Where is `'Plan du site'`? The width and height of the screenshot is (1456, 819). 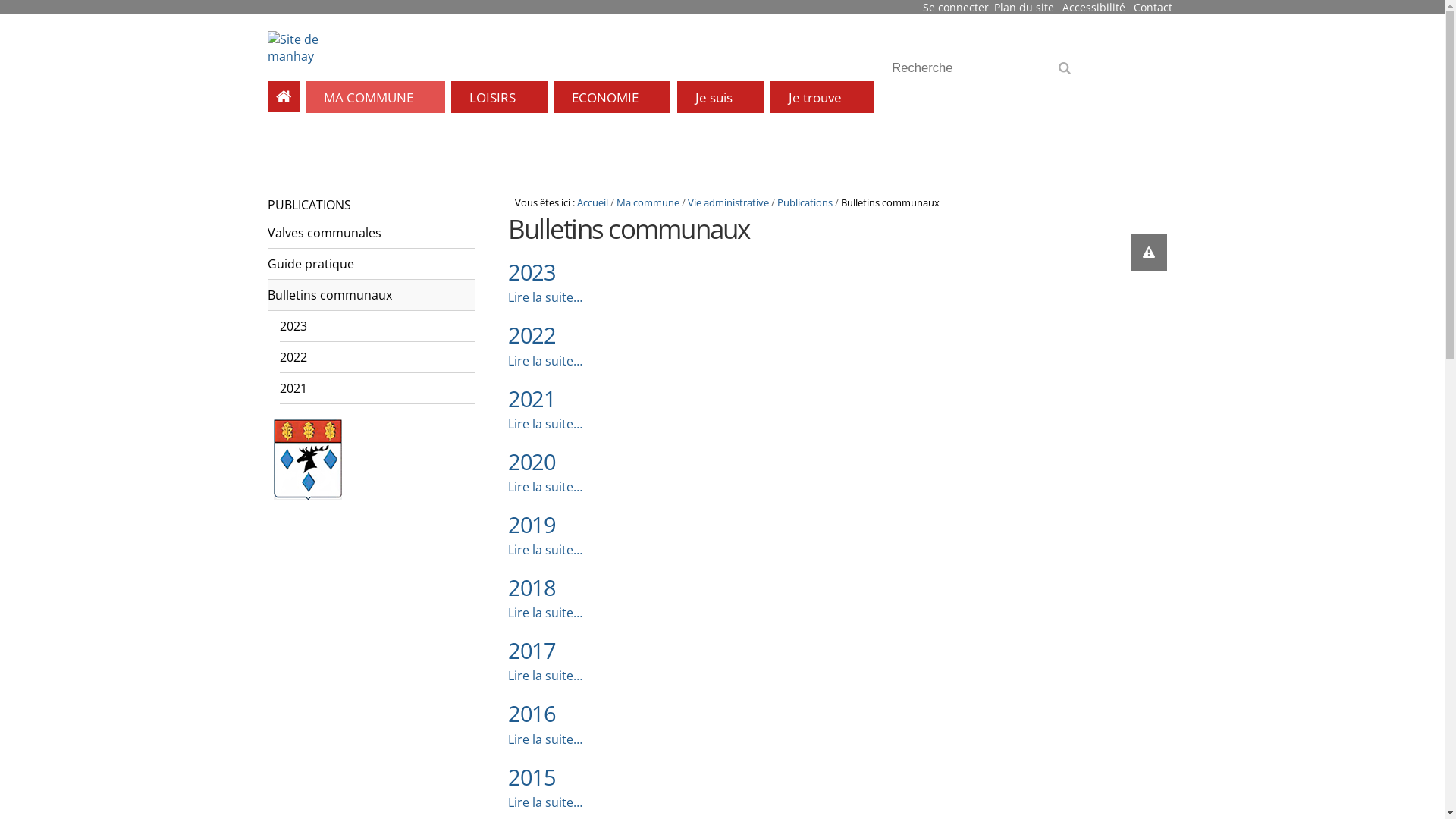
'Plan du site' is located at coordinates (1024, 7).